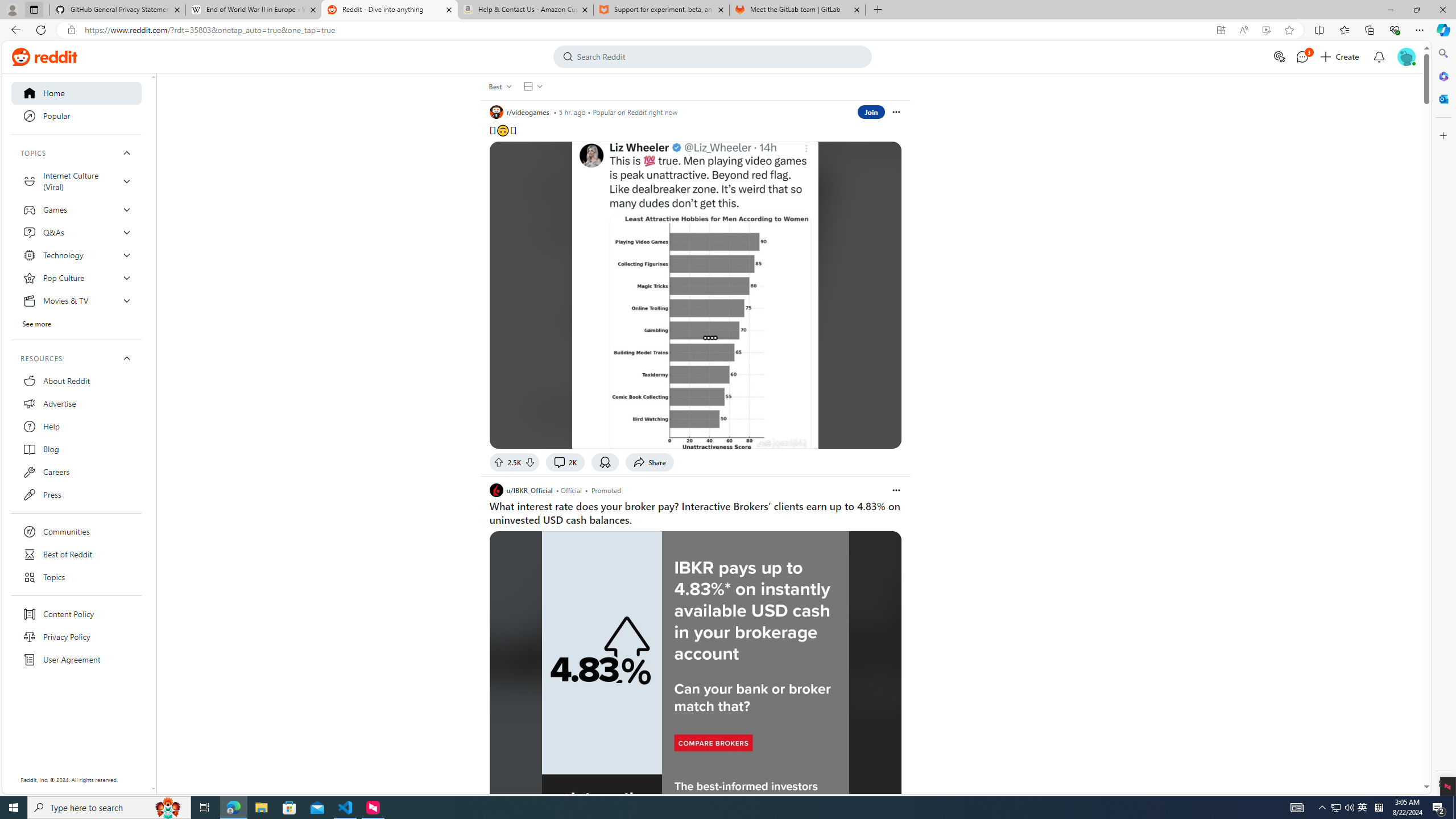 The image size is (1456, 819). What do you see at coordinates (76, 614) in the screenshot?
I see `'Content Policy'` at bounding box center [76, 614].